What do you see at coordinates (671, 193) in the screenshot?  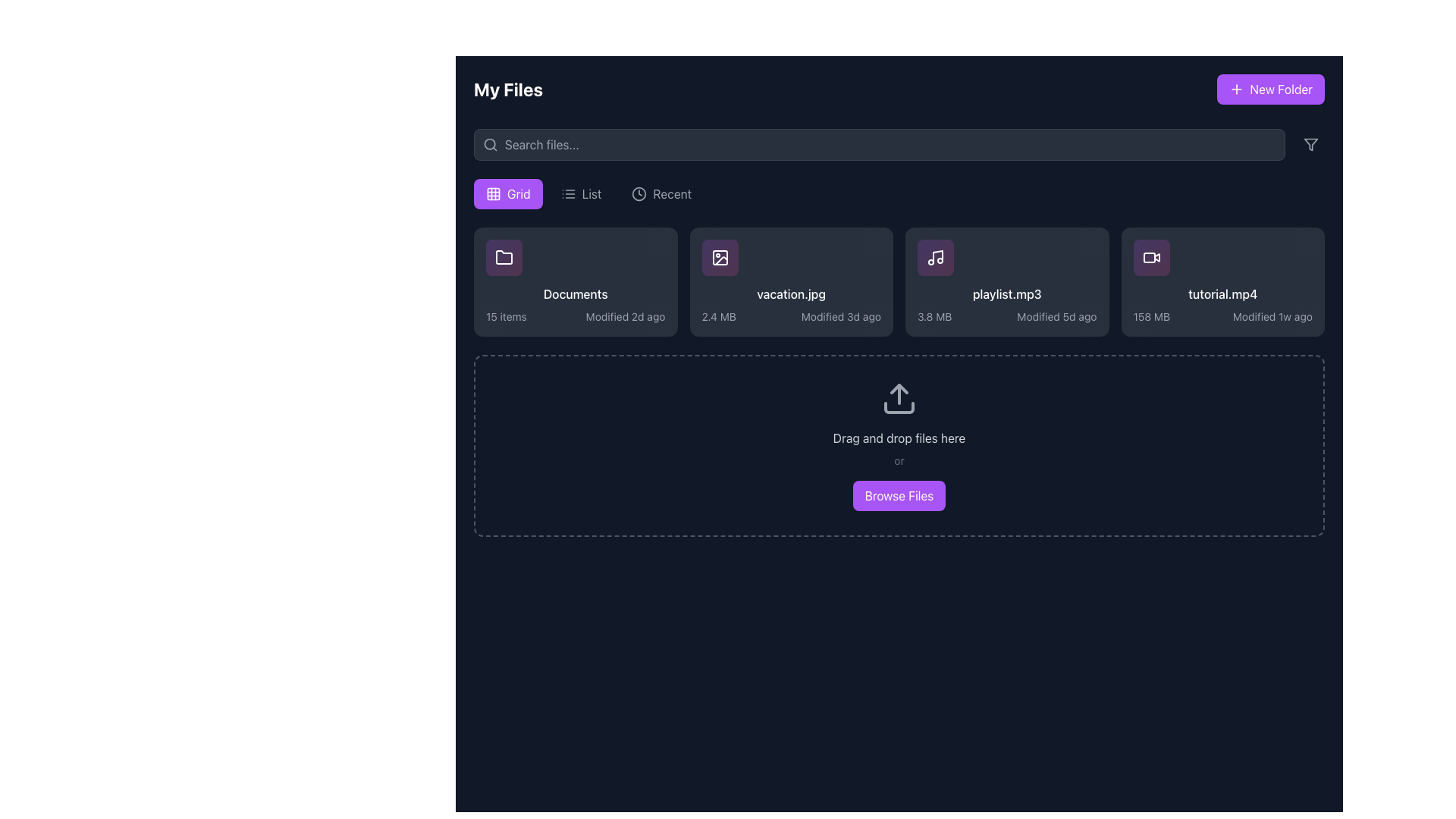 I see `the 'Recent' text label which serves as a clickable menu item to filter or organize items to show the most recently accessed files` at bounding box center [671, 193].